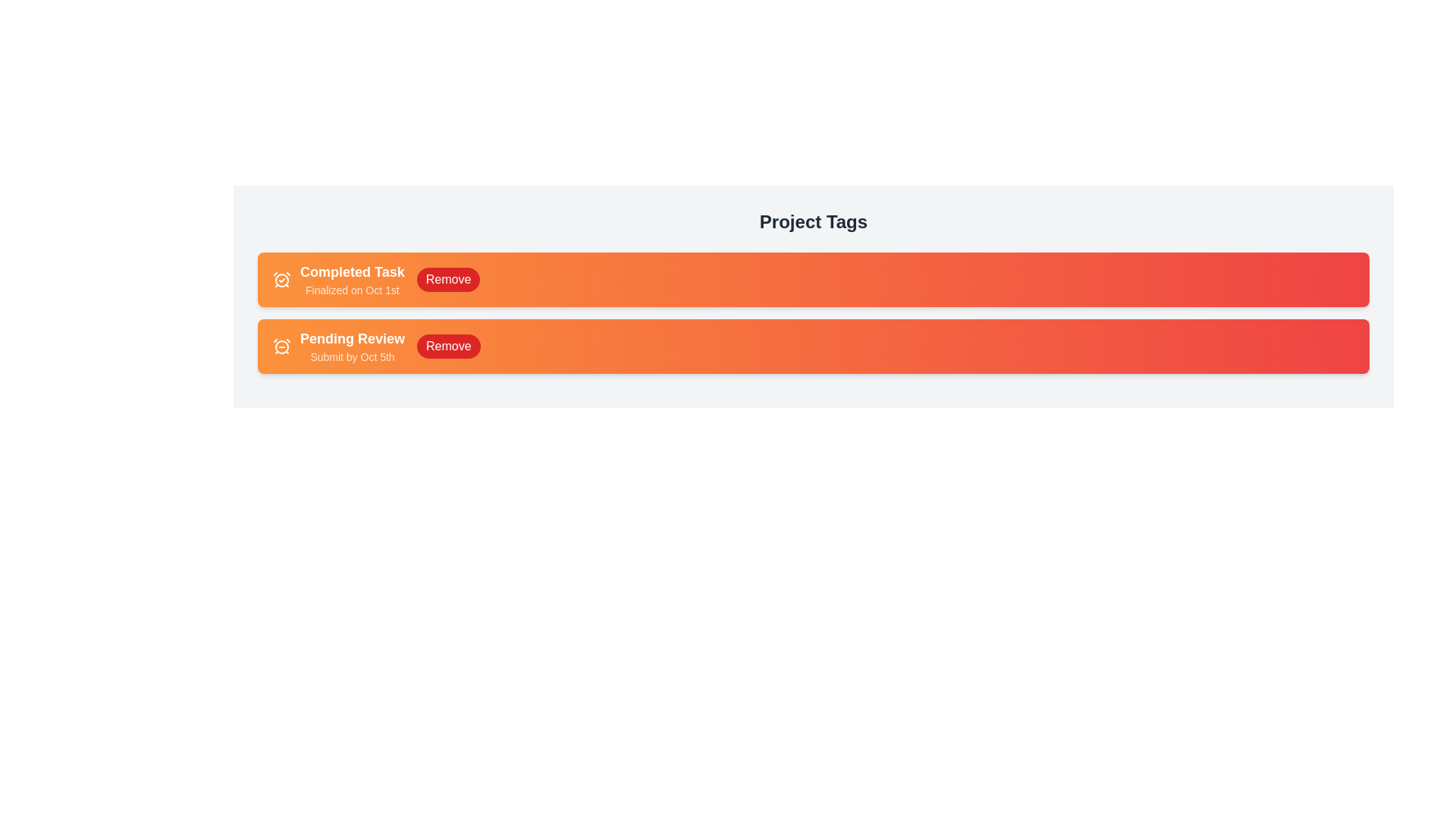  What do you see at coordinates (447, 280) in the screenshot?
I see `'Remove' button for the tag labeled 'Completed Task'` at bounding box center [447, 280].